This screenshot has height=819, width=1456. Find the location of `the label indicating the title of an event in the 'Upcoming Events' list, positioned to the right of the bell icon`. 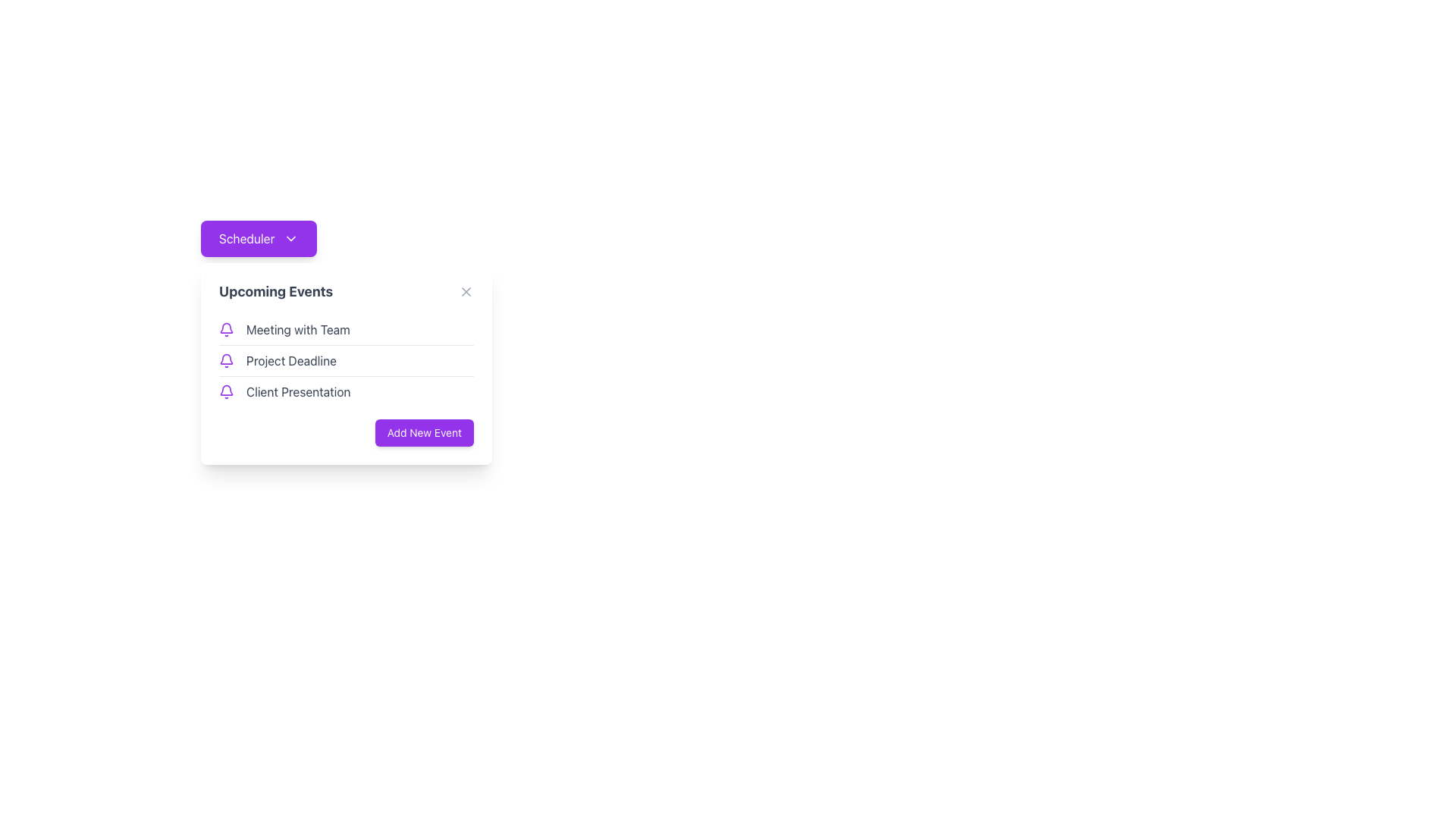

the label indicating the title of an event in the 'Upcoming Events' list, positioned to the right of the bell icon is located at coordinates (291, 360).